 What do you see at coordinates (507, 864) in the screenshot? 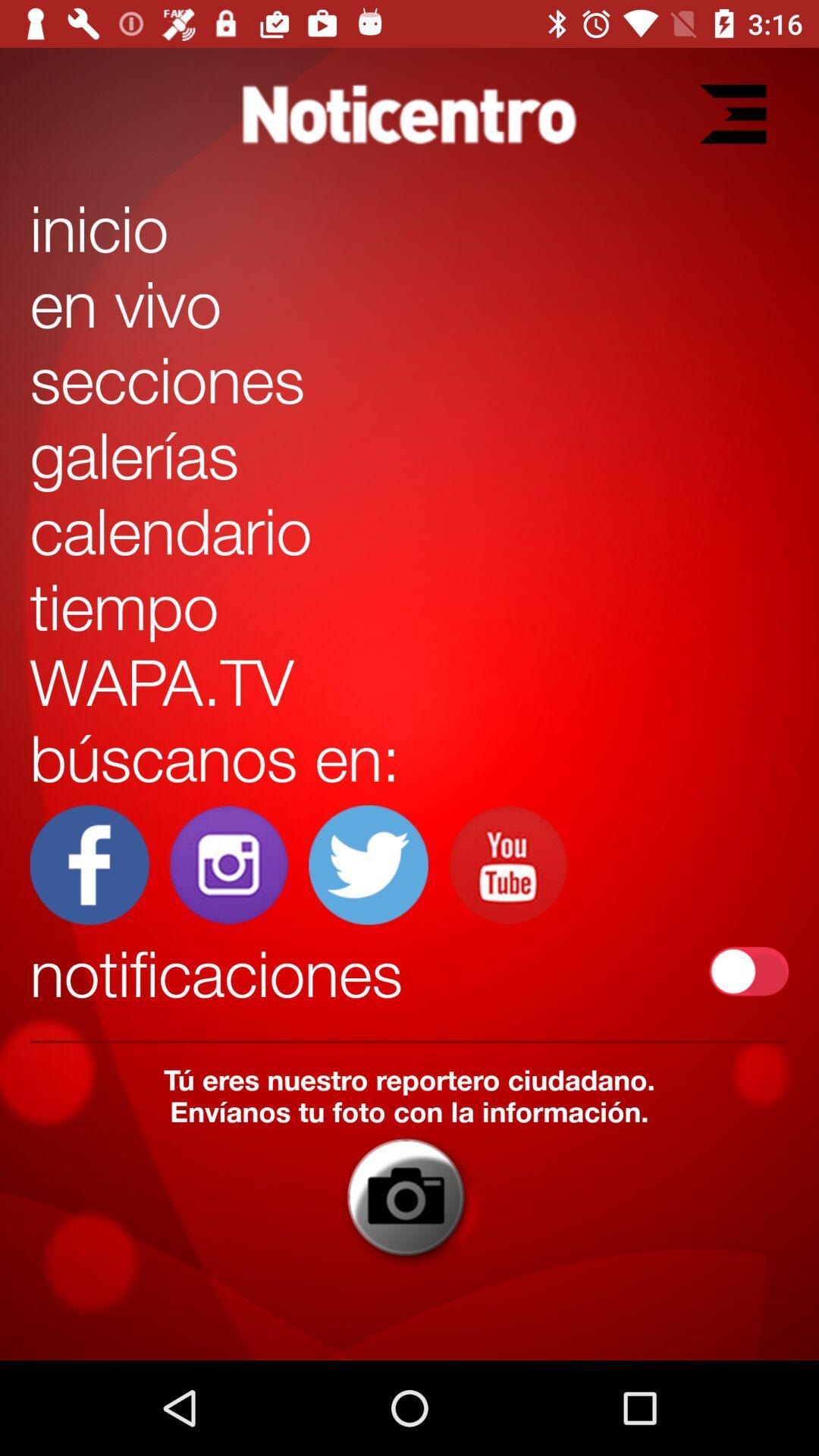
I see `youtube switch` at bounding box center [507, 864].